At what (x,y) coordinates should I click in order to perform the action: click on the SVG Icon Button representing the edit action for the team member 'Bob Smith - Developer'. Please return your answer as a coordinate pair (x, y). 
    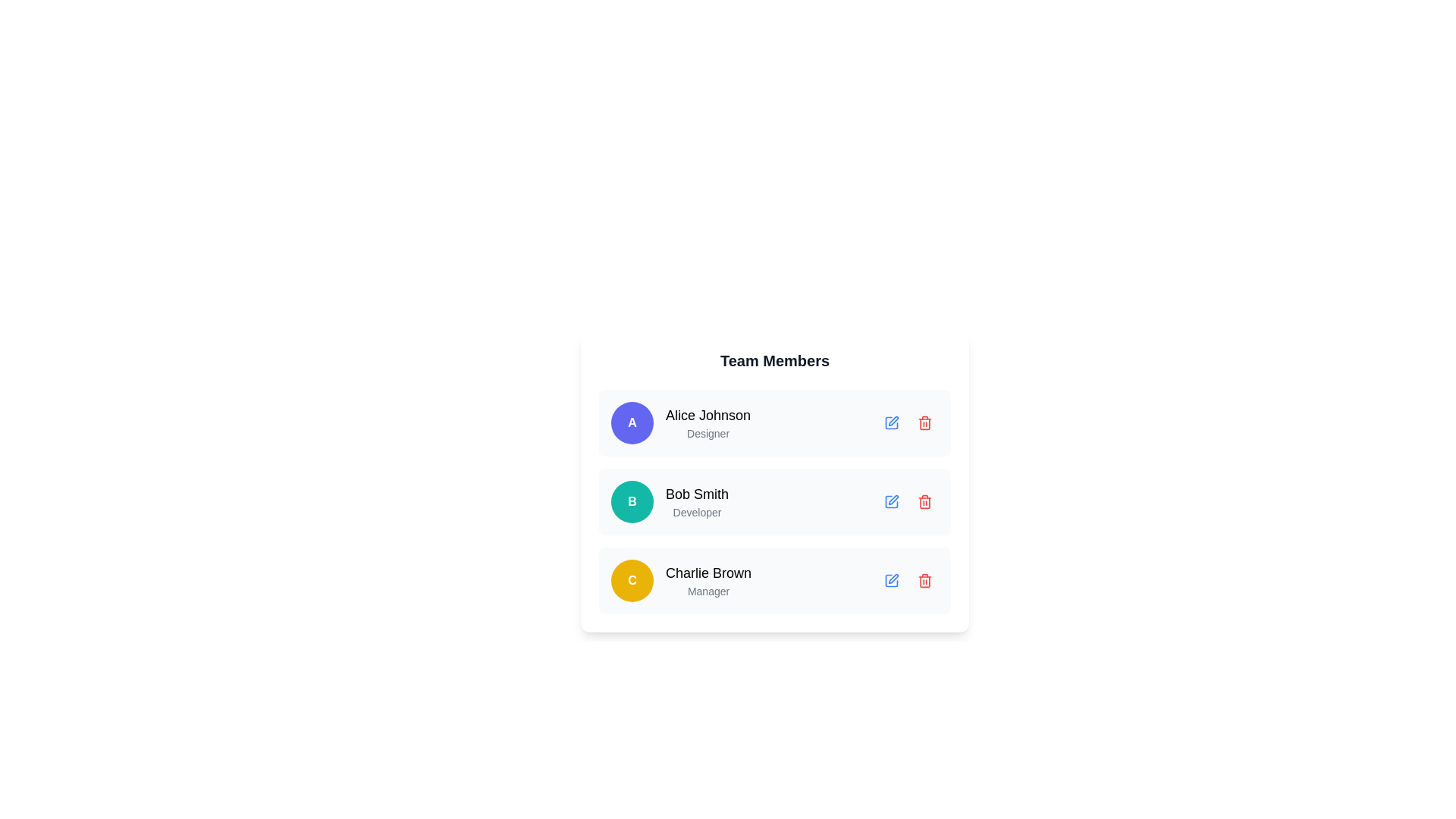
    Looking at the image, I should click on (893, 500).